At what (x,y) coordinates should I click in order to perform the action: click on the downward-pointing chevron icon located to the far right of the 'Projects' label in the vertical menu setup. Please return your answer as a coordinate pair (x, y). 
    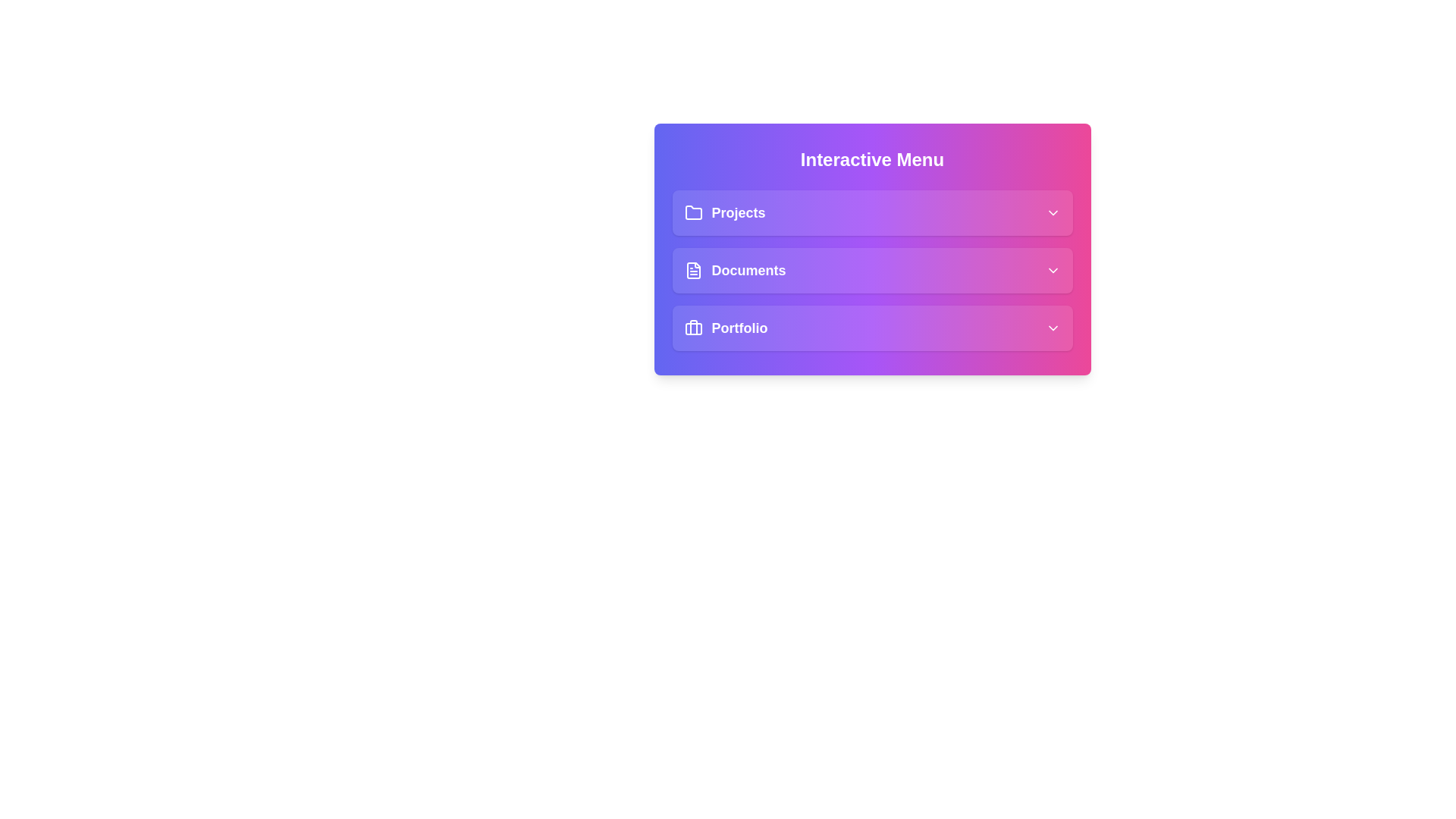
    Looking at the image, I should click on (1052, 213).